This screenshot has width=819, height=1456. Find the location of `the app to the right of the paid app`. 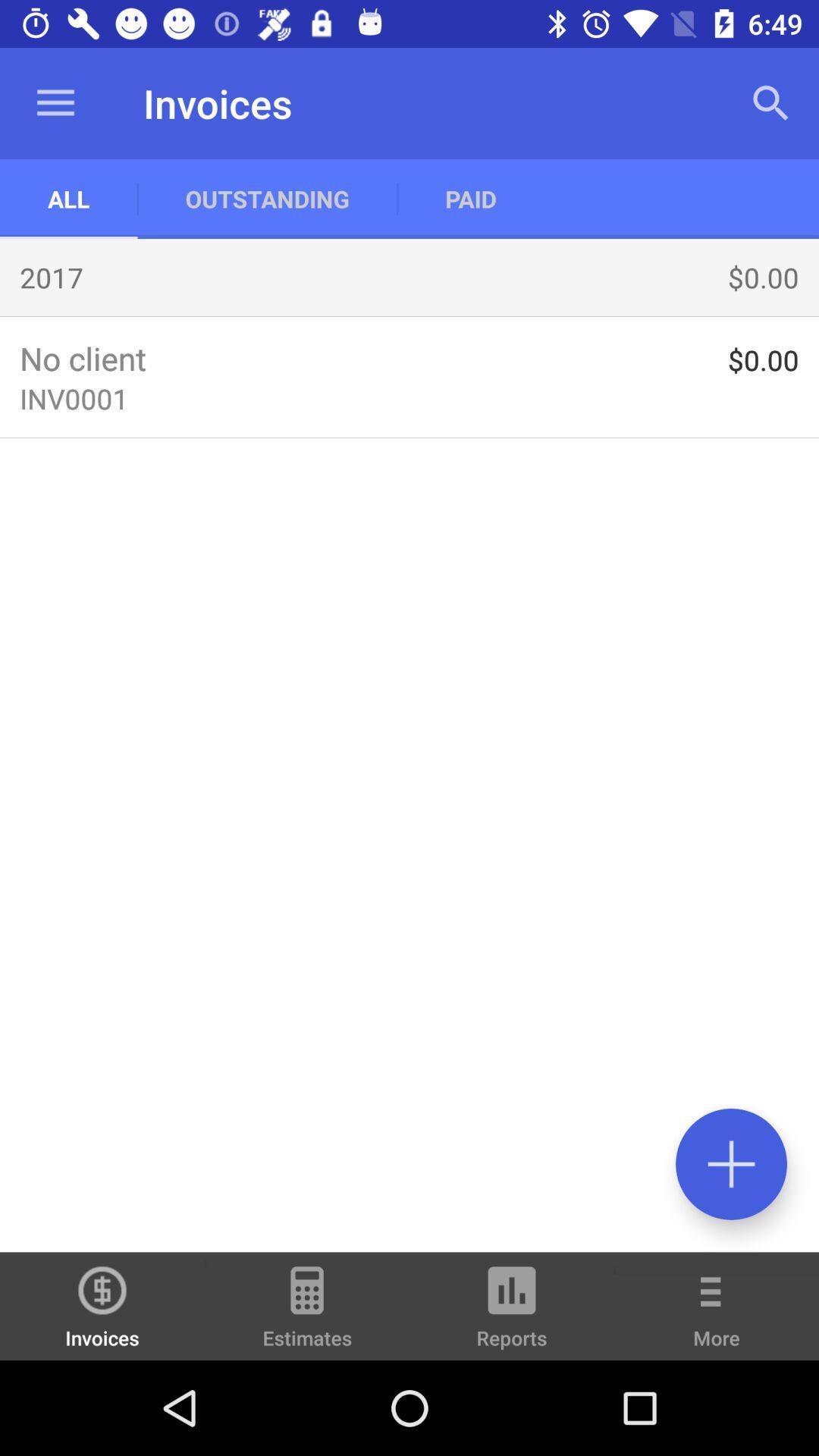

the app to the right of the paid app is located at coordinates (771, 102).